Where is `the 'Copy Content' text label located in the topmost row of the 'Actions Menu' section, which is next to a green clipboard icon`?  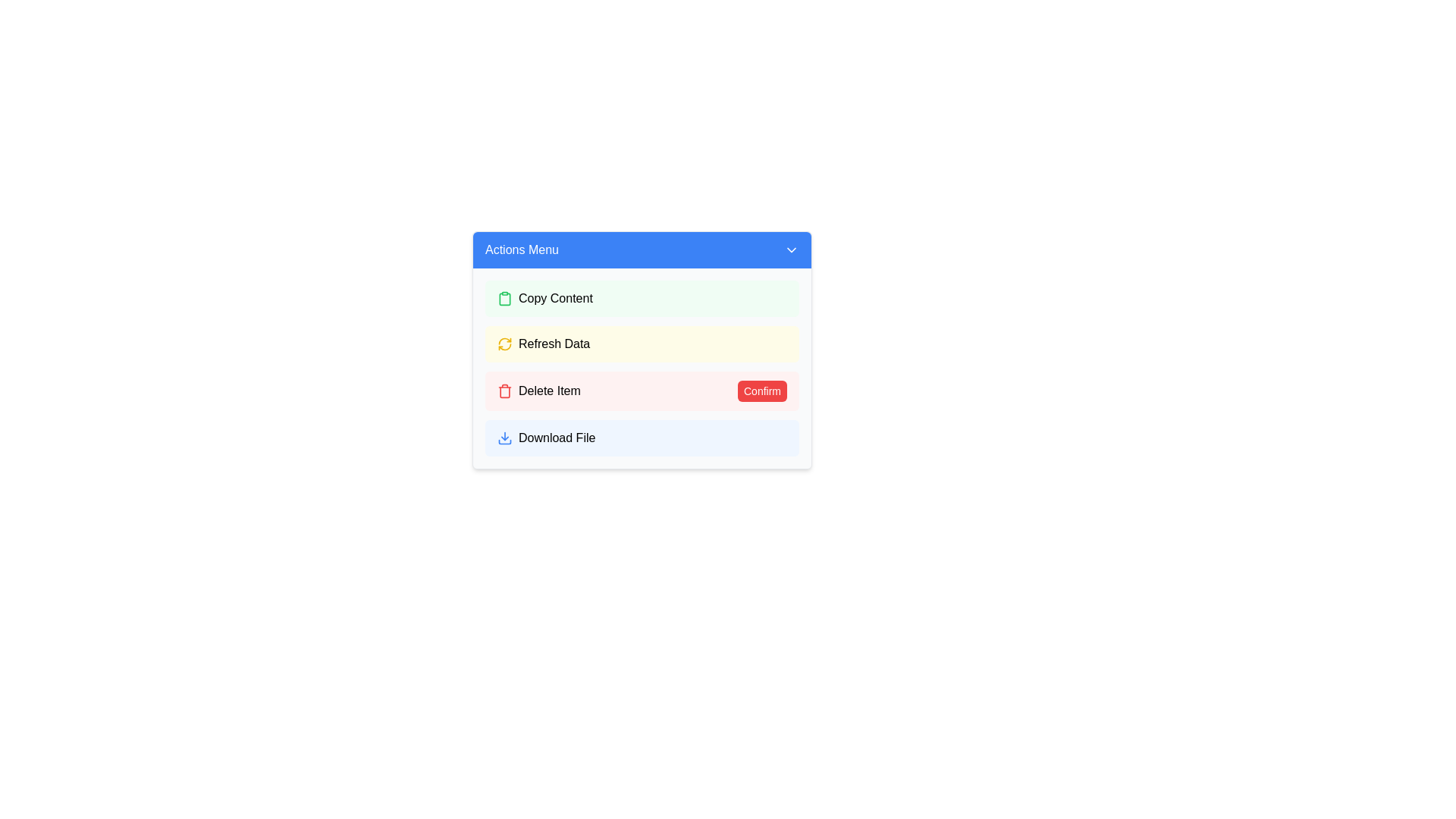
the 'Copy Content' text label located in the topmost row of the 'Actions Menu' section, which is next to a green clipboard icon is located at coordinates (554, 298).